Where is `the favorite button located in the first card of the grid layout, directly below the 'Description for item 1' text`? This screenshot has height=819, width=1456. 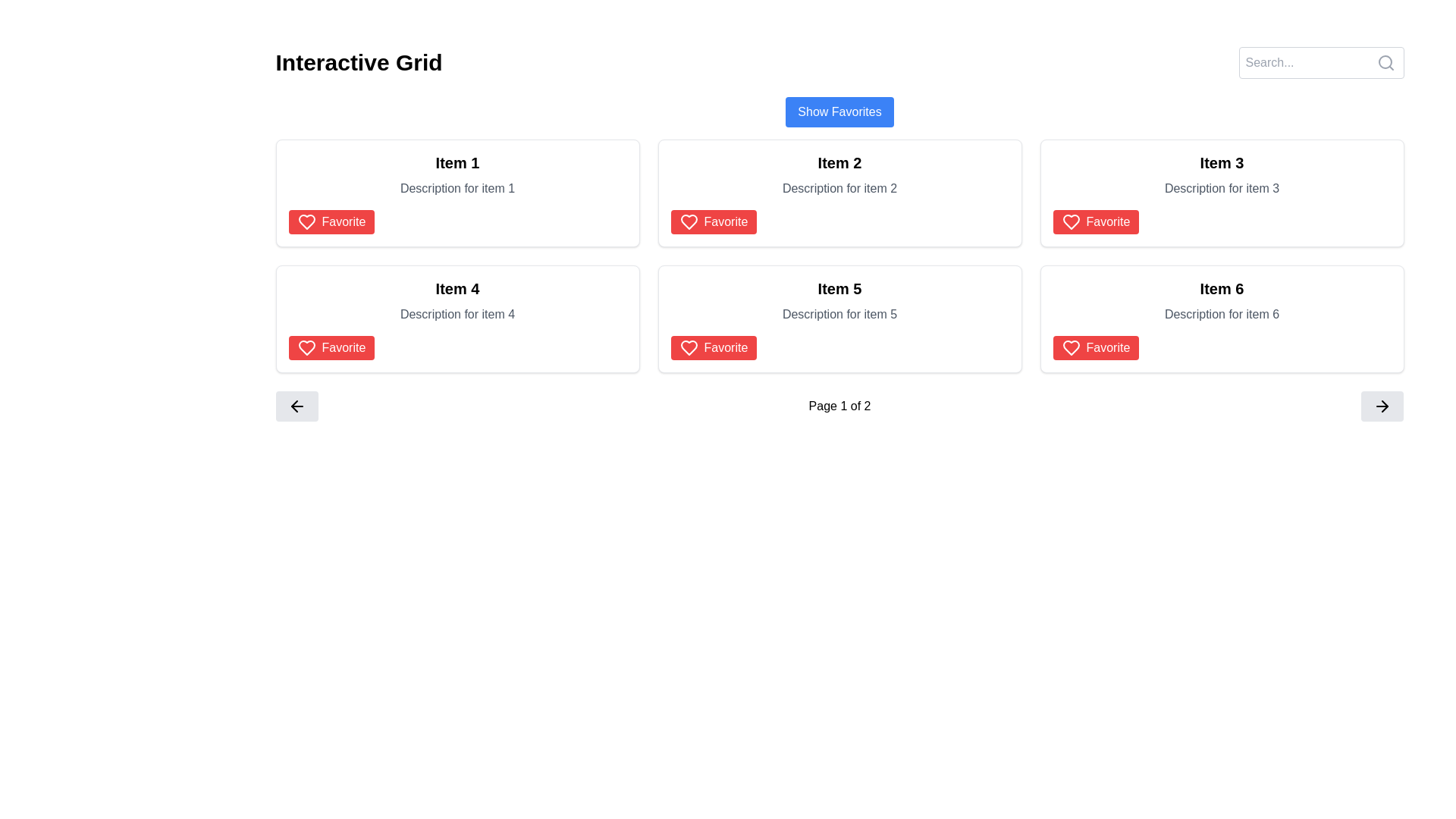 the favorite button located in the first card of the grid layout, directly below the 'Description for item 1' text is located at coordinates (331, 222).